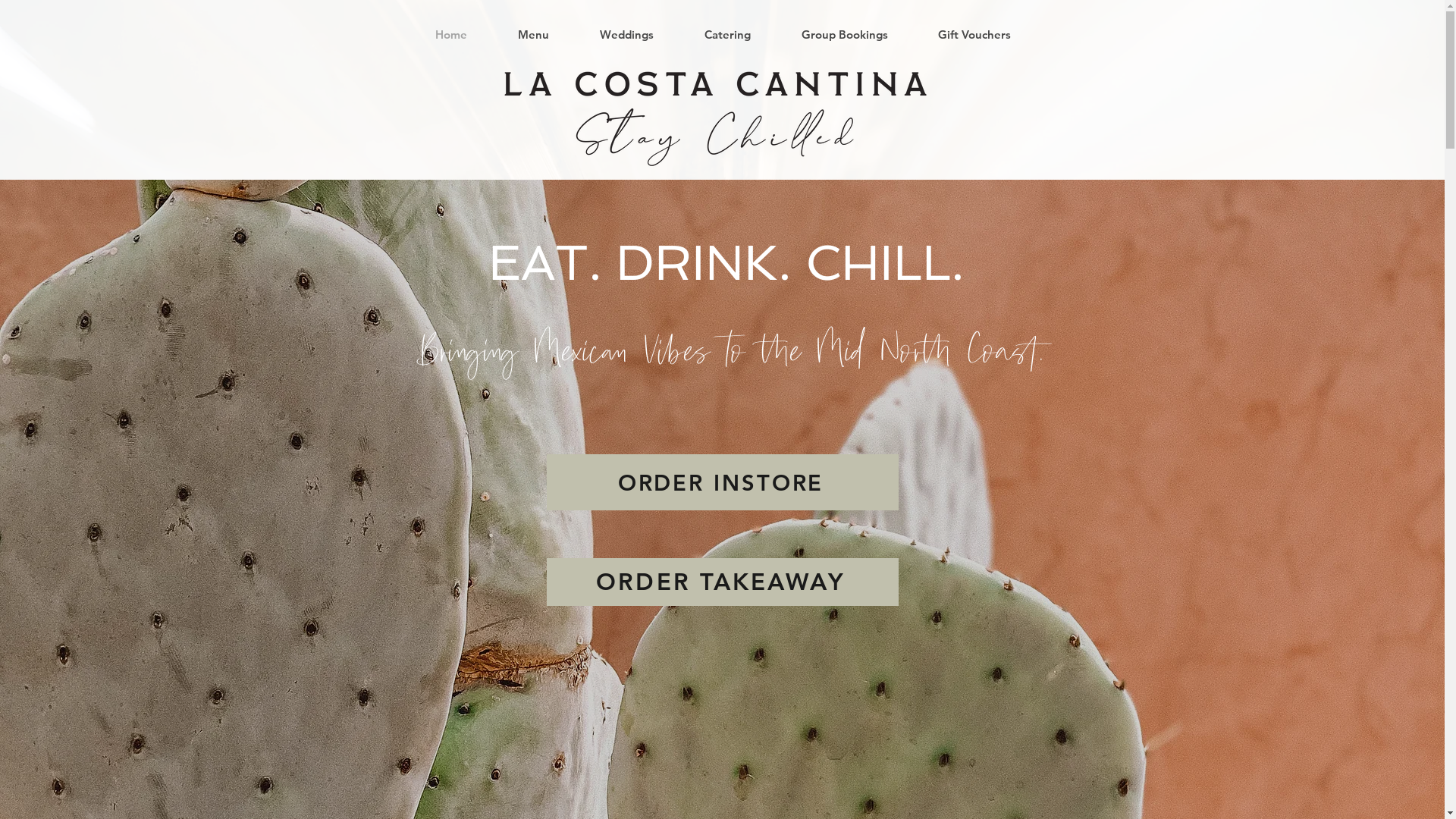 The width and height of the screenshot is (1456, 819). Describe the element at coordinates (450, 34) in the screenshot. I see `'Home'` at that location.